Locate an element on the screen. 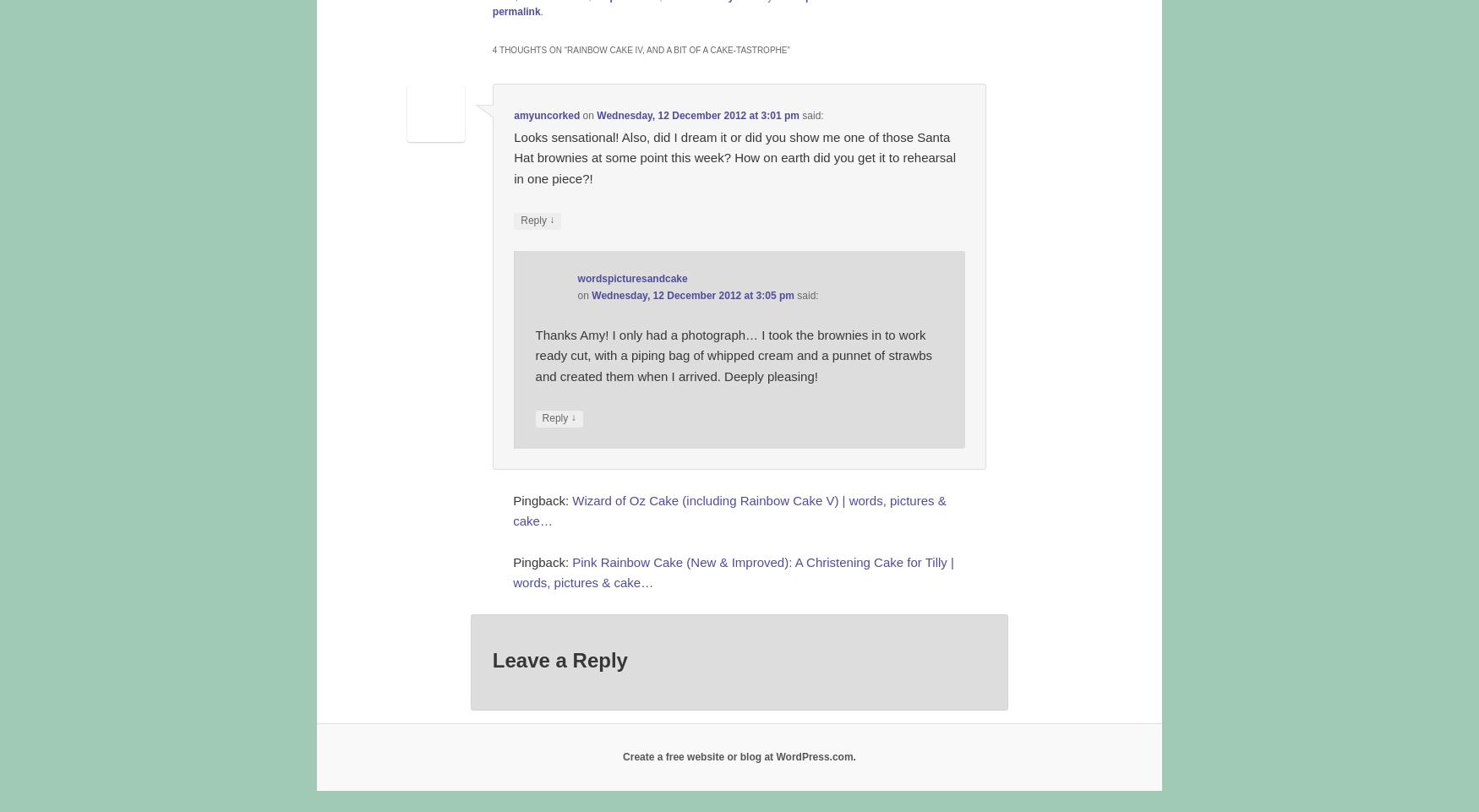 The image size is (1479, 812). 'Looks sensational! Also, did I dream it or did you show me one of those Santa Hat brownies at some point this week? How on earth did you get it to rehearsal in one piece?!' is located at coordinates (734, 156).